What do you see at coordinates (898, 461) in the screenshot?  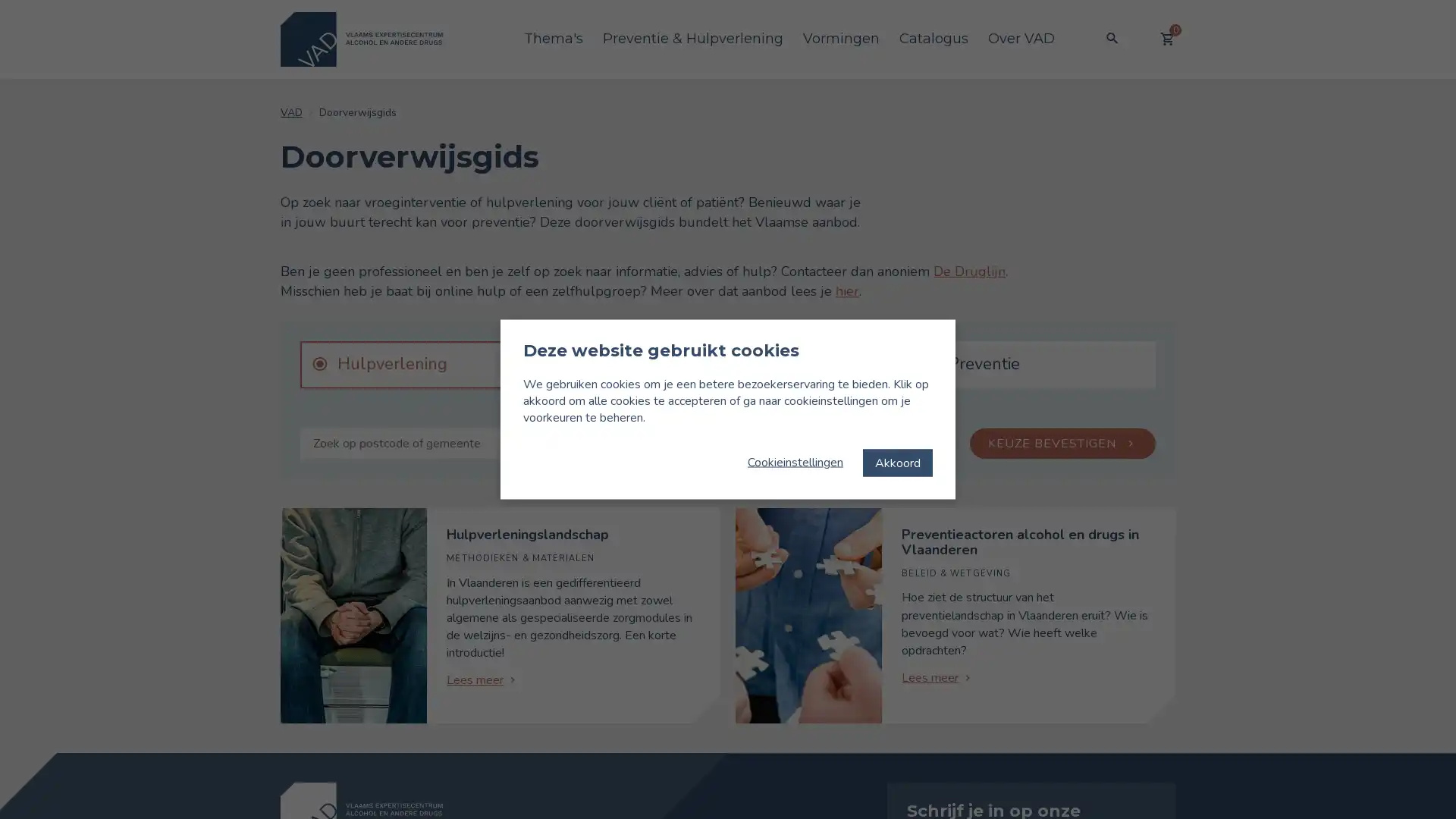 I see `Akkoord` at bounding box center [898, 461].